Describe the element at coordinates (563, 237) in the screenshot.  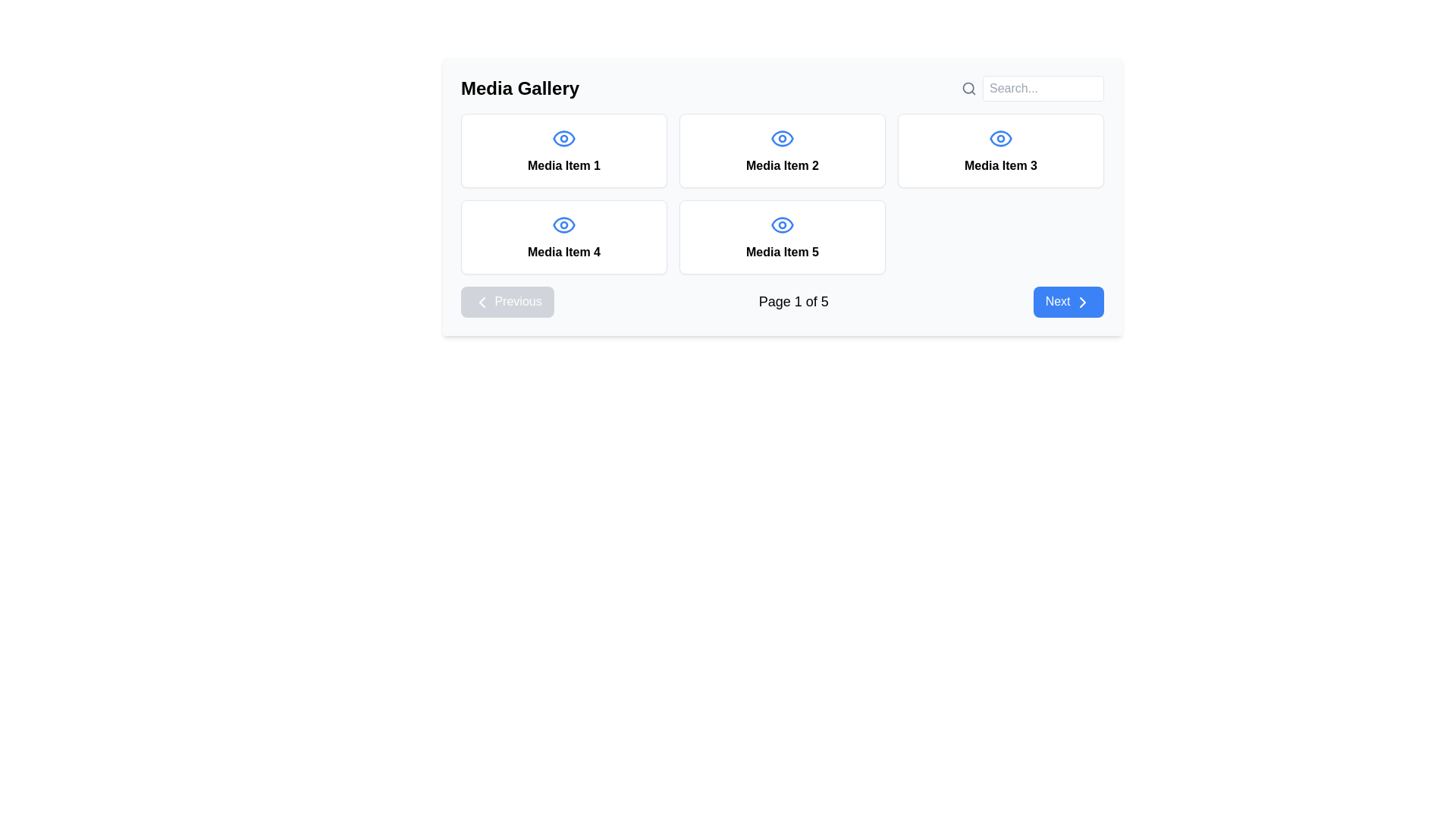
I see `the card labeled 'Media Item 4', which has a white background, a blue eye icon above bold text, and is positioned in the second row, first column of the grid` at that location.